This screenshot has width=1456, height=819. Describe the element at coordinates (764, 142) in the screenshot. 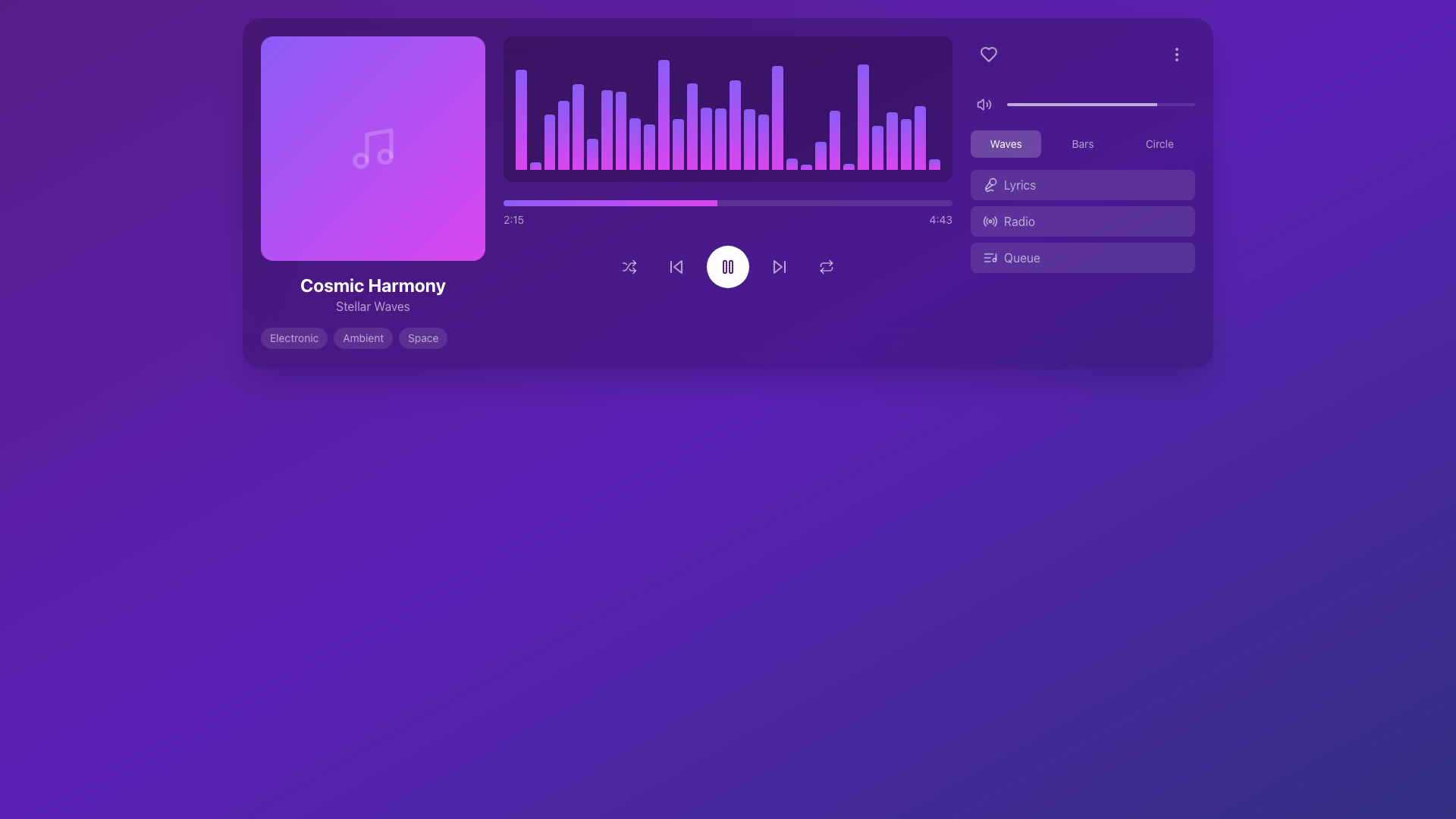

I see `the 17th graphical bar in the waveform visualization that represents audio frequency or amplitude` at that location.